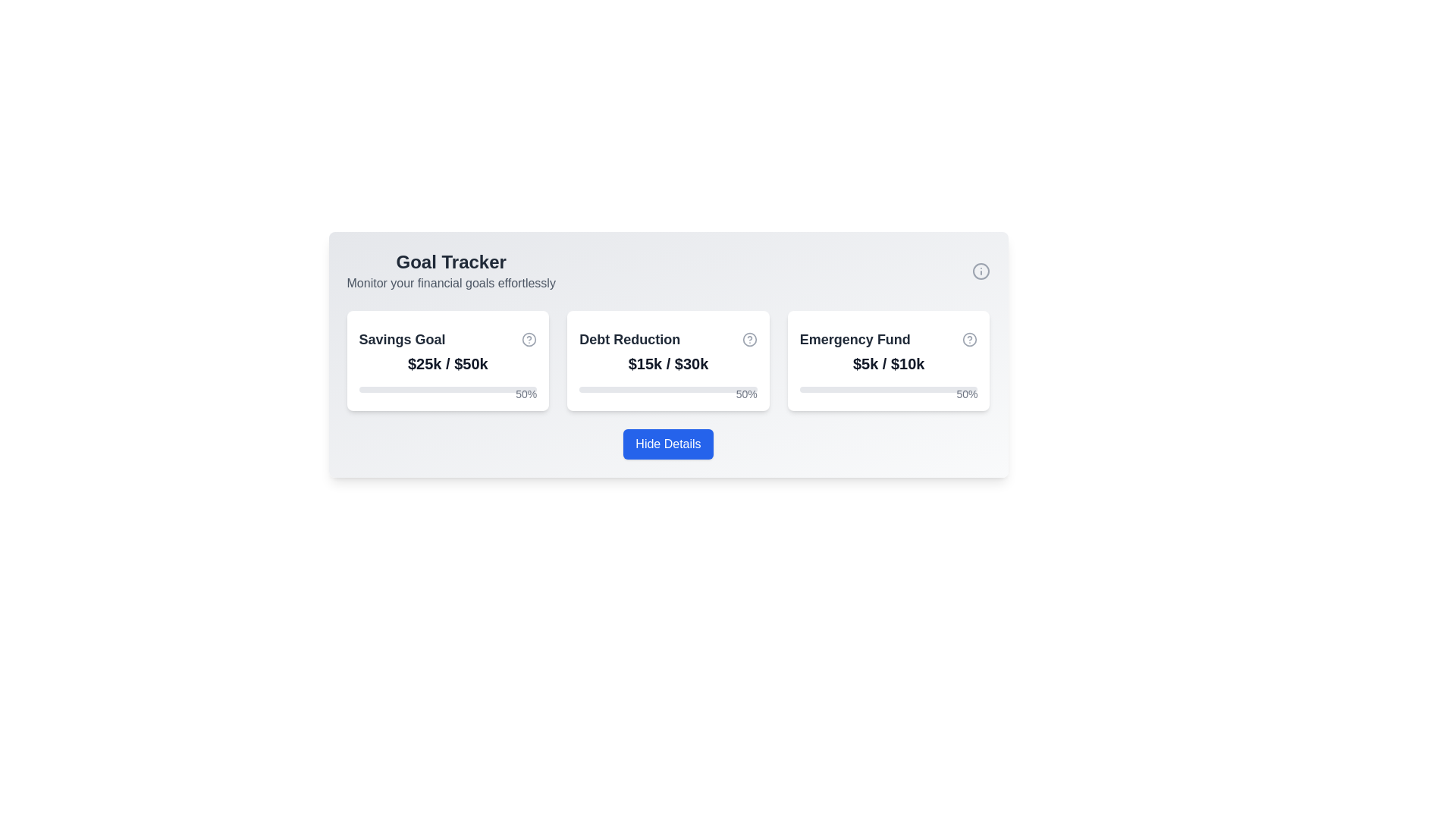 The image size is (1456, 819). I want to click on progress information from the progress bar with a percentage label located in the middle card of the 'Debt Reduction' section, displaying '50%' next to the blue filled section, so click(667, 388).